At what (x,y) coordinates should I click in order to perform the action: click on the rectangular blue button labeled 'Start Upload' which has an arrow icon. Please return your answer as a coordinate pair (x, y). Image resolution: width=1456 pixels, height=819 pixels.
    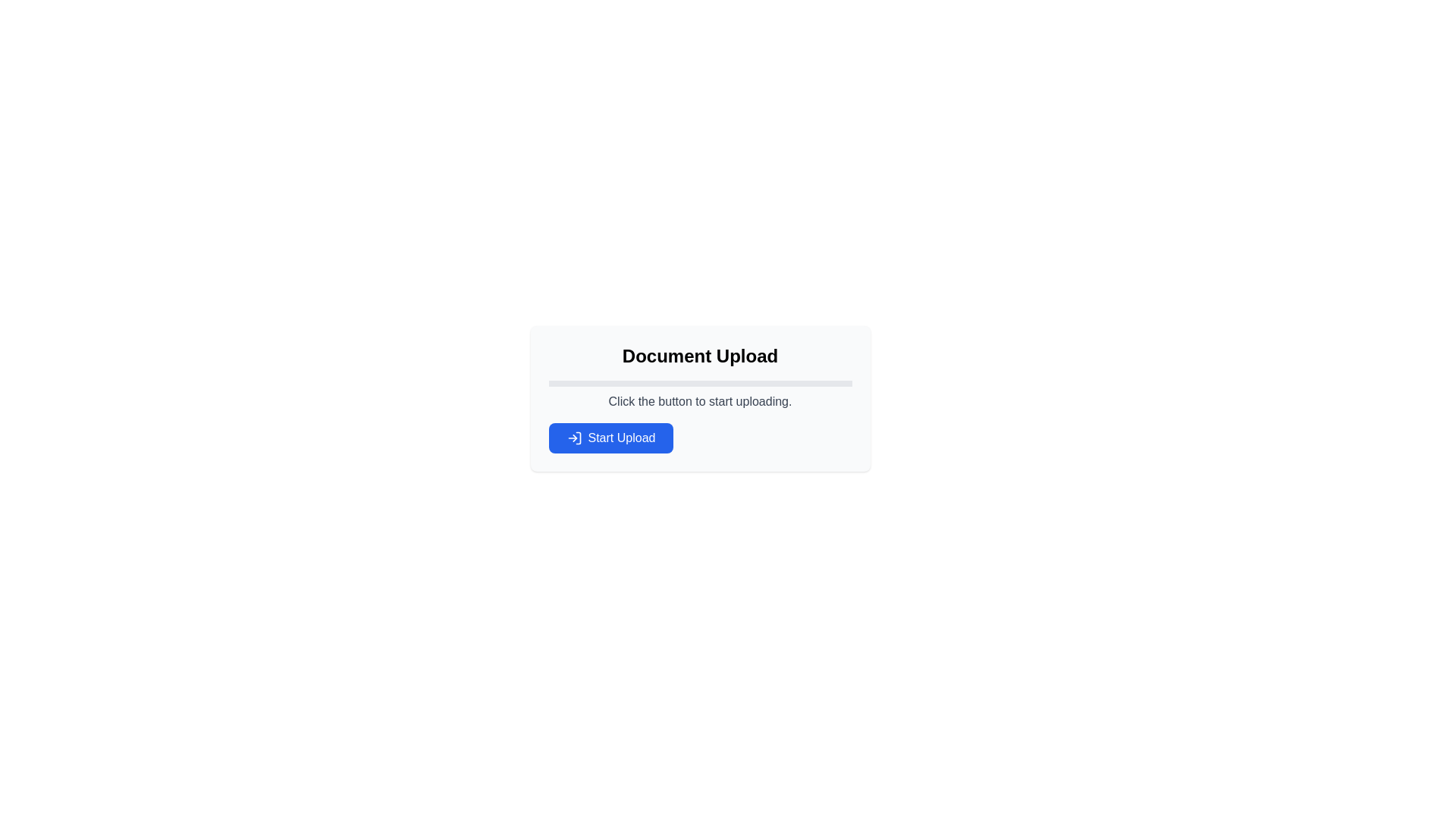
    Looking at the image, I should click on (611, 438).